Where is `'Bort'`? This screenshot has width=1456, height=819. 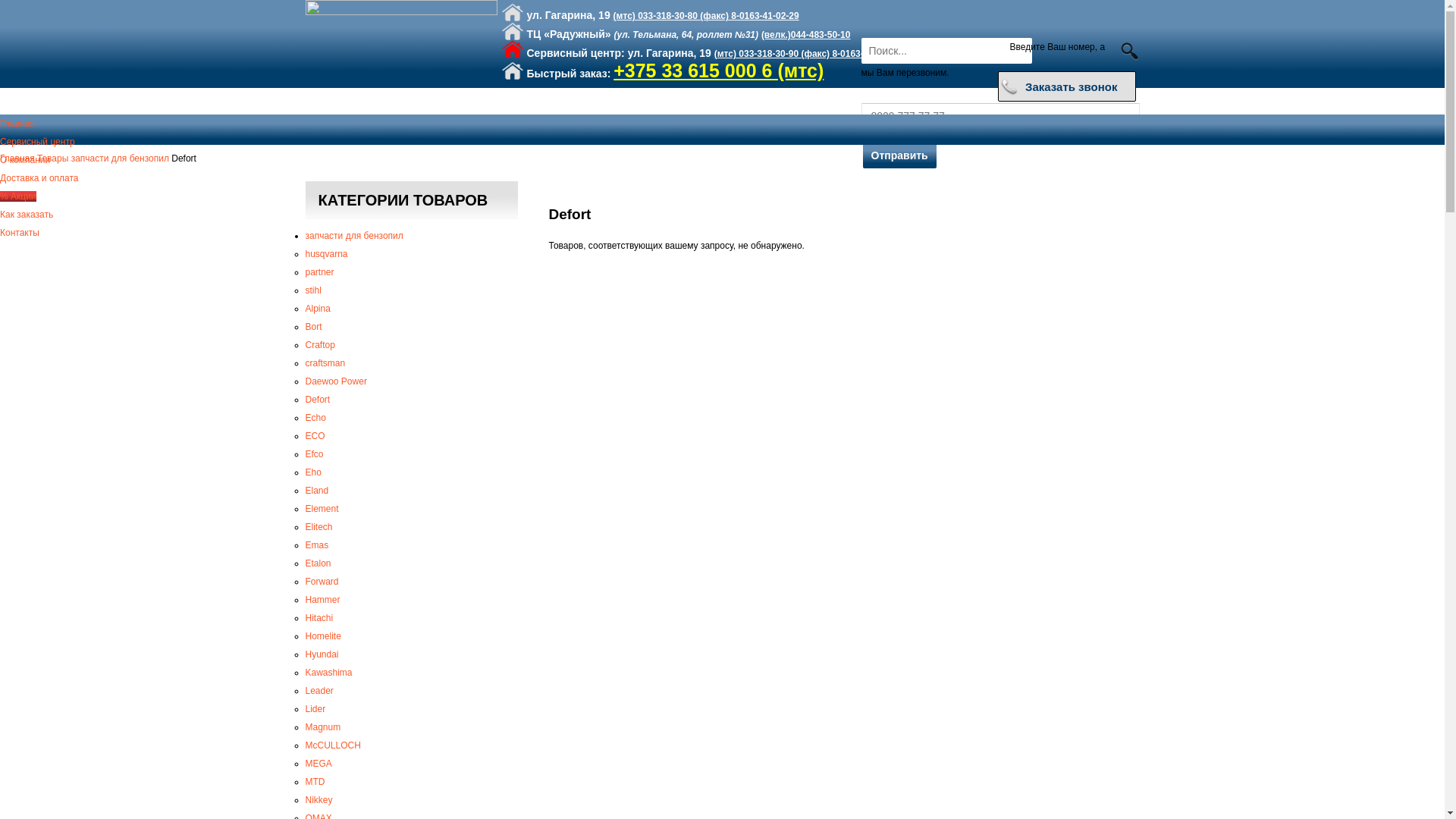
'Bort' is located at coordinates (304, 326).